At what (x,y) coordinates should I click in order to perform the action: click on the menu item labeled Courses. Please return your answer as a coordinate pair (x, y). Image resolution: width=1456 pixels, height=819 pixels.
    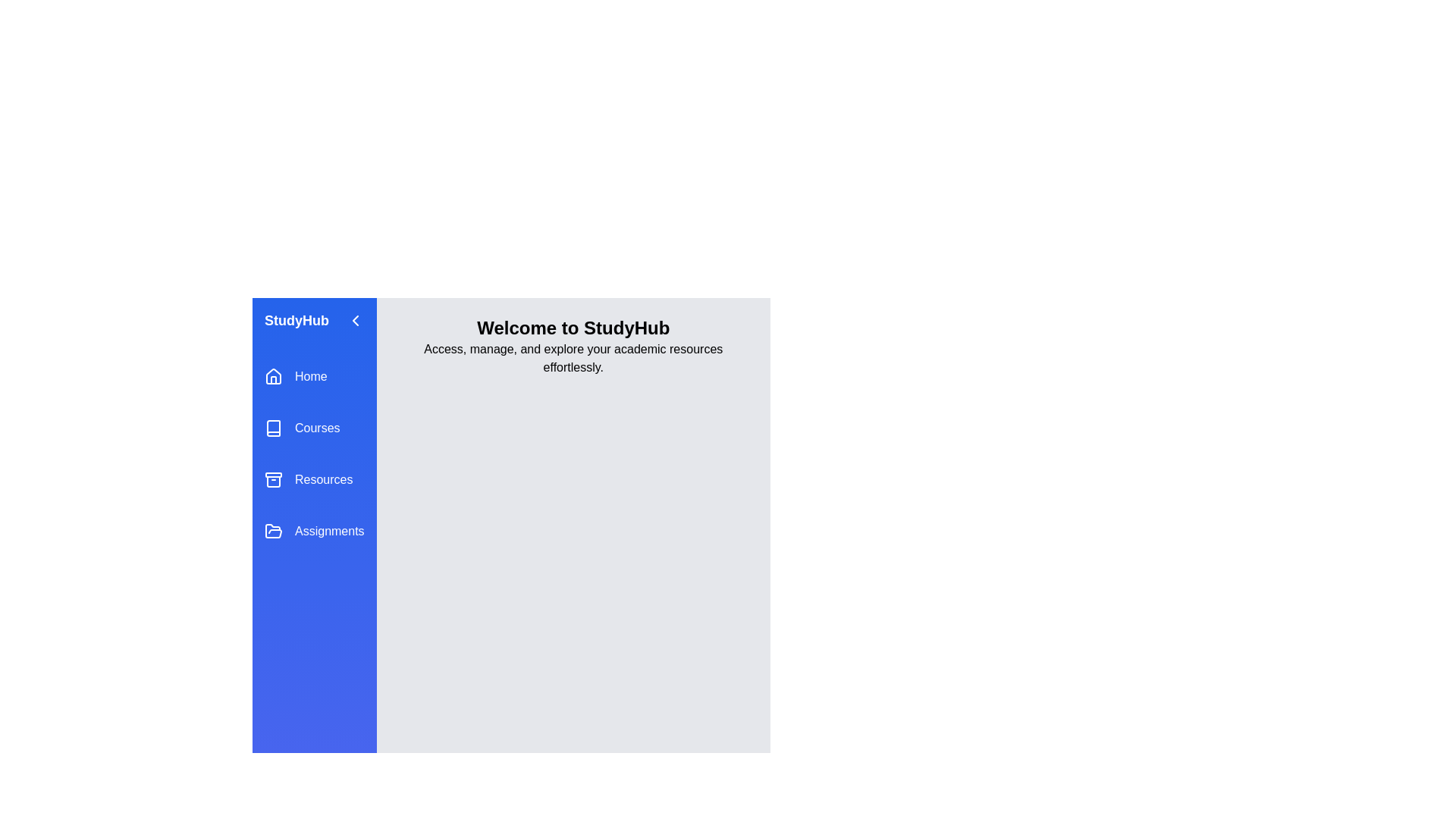
    Looking at the image, I should click on (313, 428).